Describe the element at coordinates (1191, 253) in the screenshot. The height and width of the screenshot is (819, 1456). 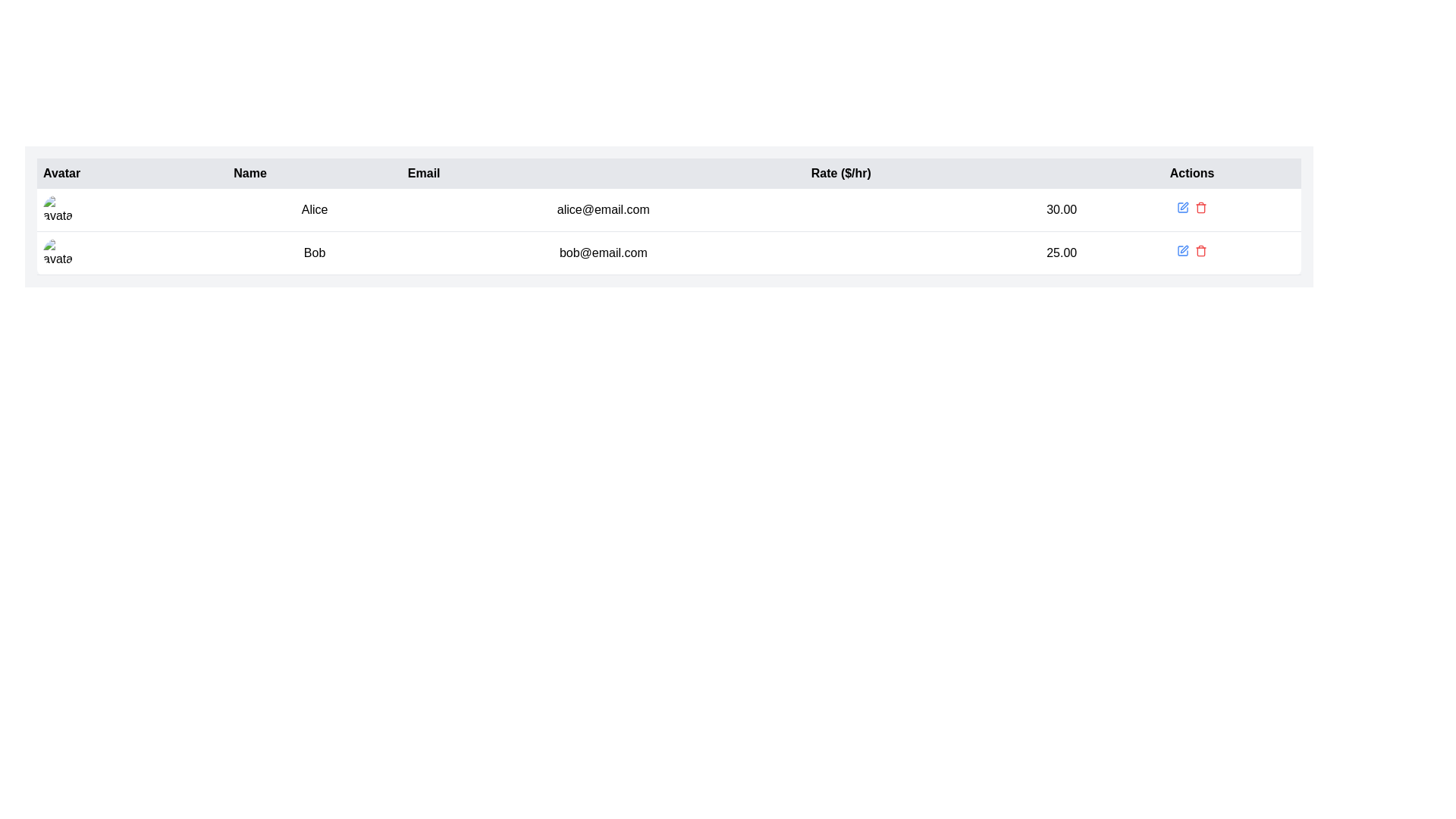
I see `the interactive icons in the Actions column of the second row in the table, which corresponds to the entry for 'Bob', for visual feedback` at that location.